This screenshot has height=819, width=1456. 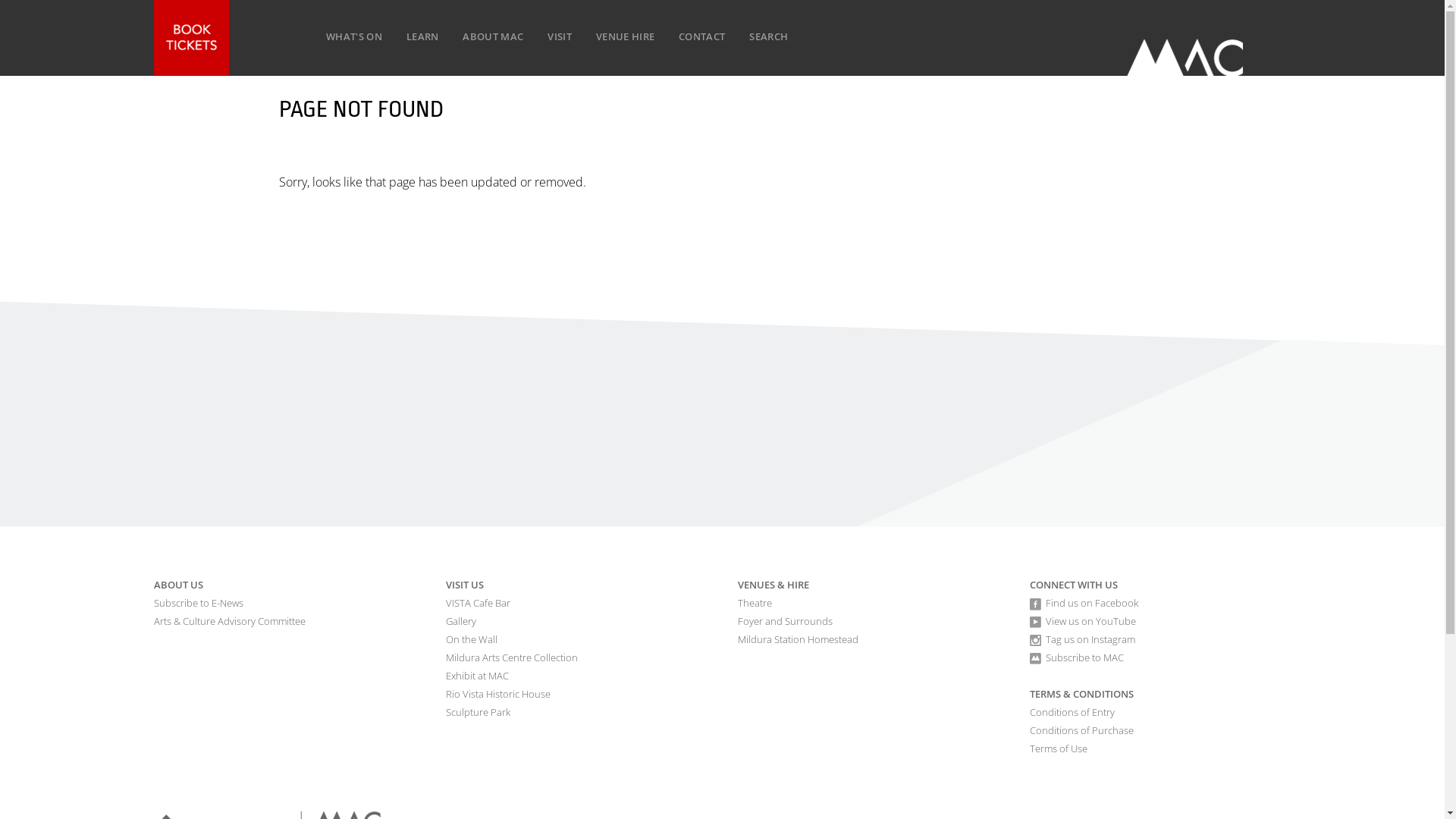 What do you see at coordinates (784, 620) in the screenshot?
I see `'Foyer and Surrounds'` at bounding box center [784, 620].